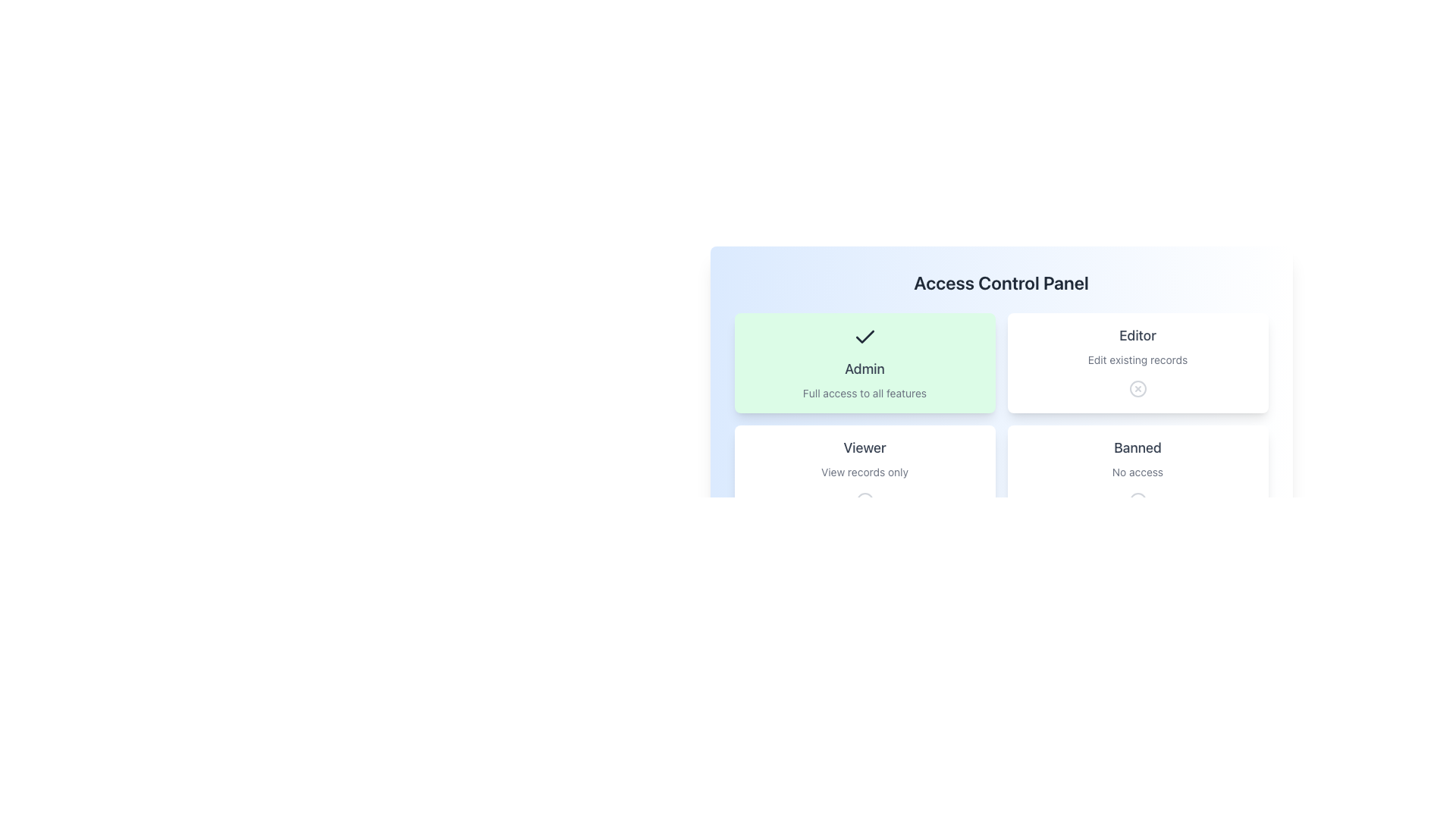  Describe the element at coordinates (1137, 362) in the screenshot. I see `the center of the 'Editor' role button-like card in the Access Control Panel` at that location.